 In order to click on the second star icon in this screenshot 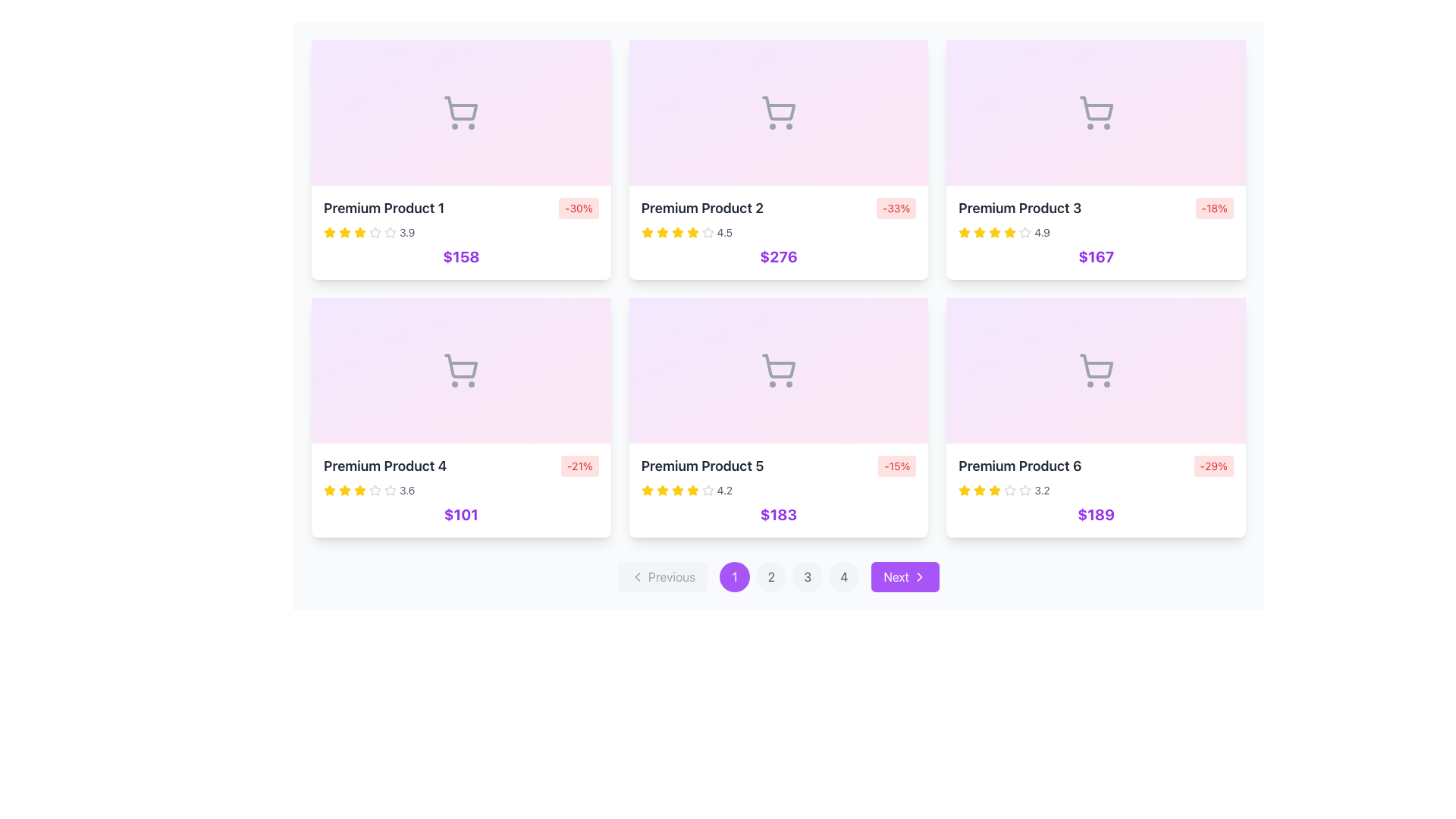, I will do `click(707, 232)`.